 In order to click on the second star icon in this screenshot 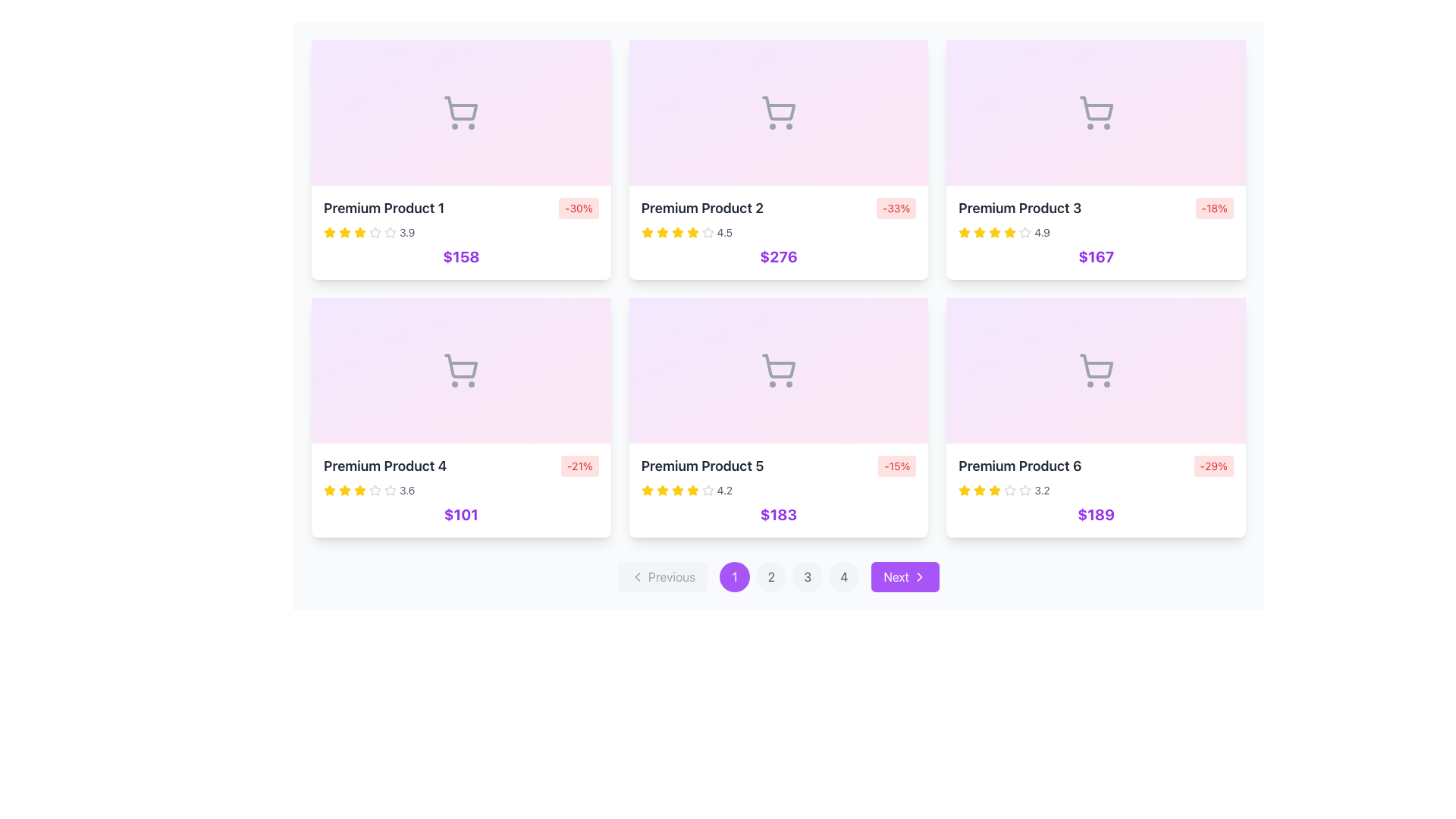, I will do `click(707, 232)`.